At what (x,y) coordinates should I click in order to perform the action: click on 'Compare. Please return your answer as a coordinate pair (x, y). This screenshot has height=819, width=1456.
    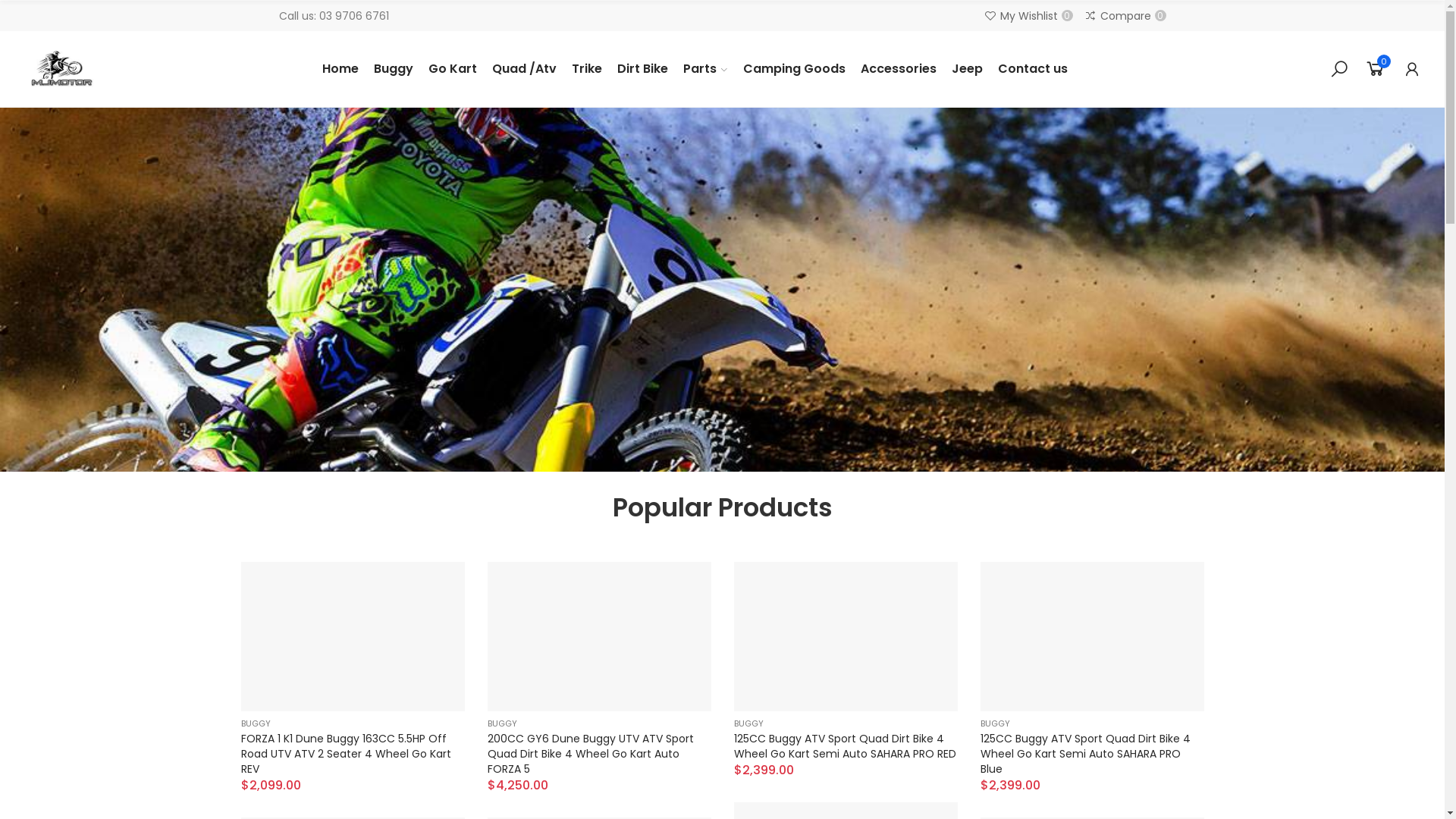
    Looking at the image, I should click on (1125, 15).